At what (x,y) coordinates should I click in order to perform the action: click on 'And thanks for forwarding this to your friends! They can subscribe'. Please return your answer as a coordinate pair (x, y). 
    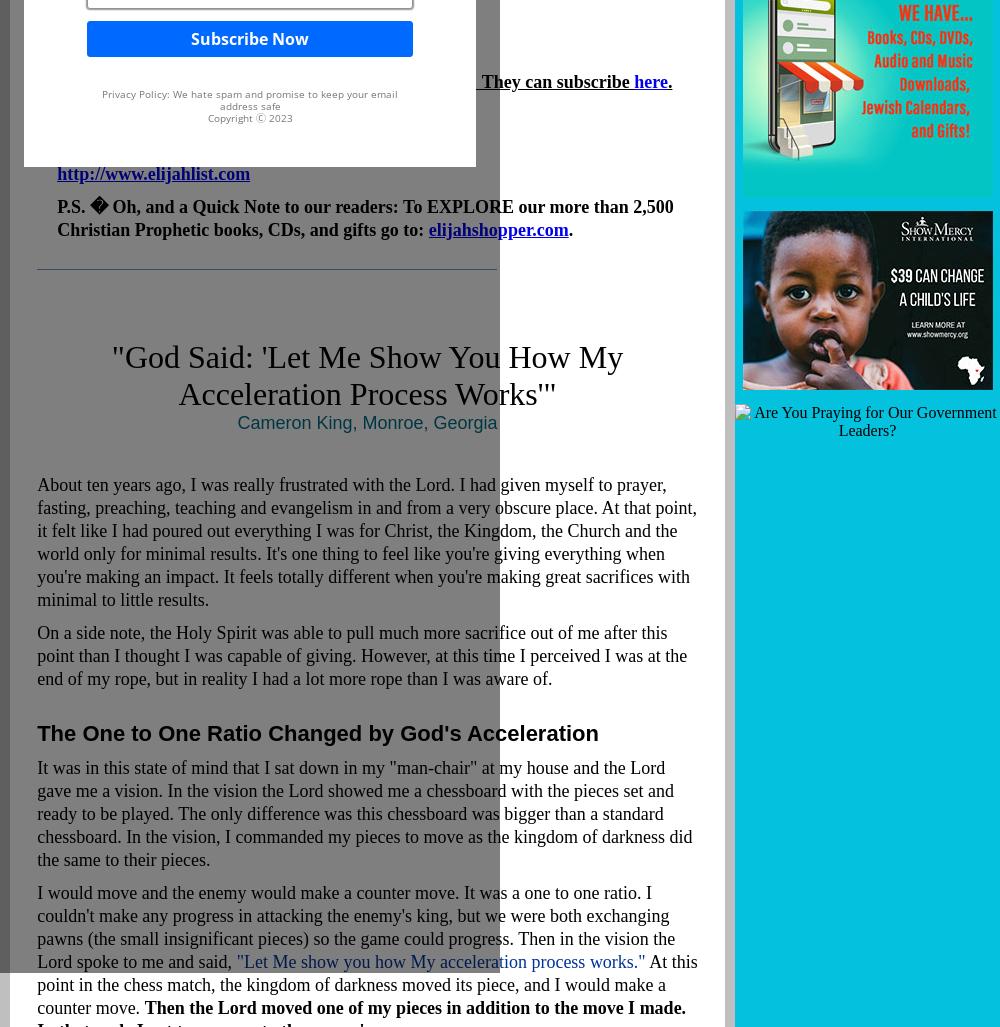
    Looking at the image, I should click on (111, 80).